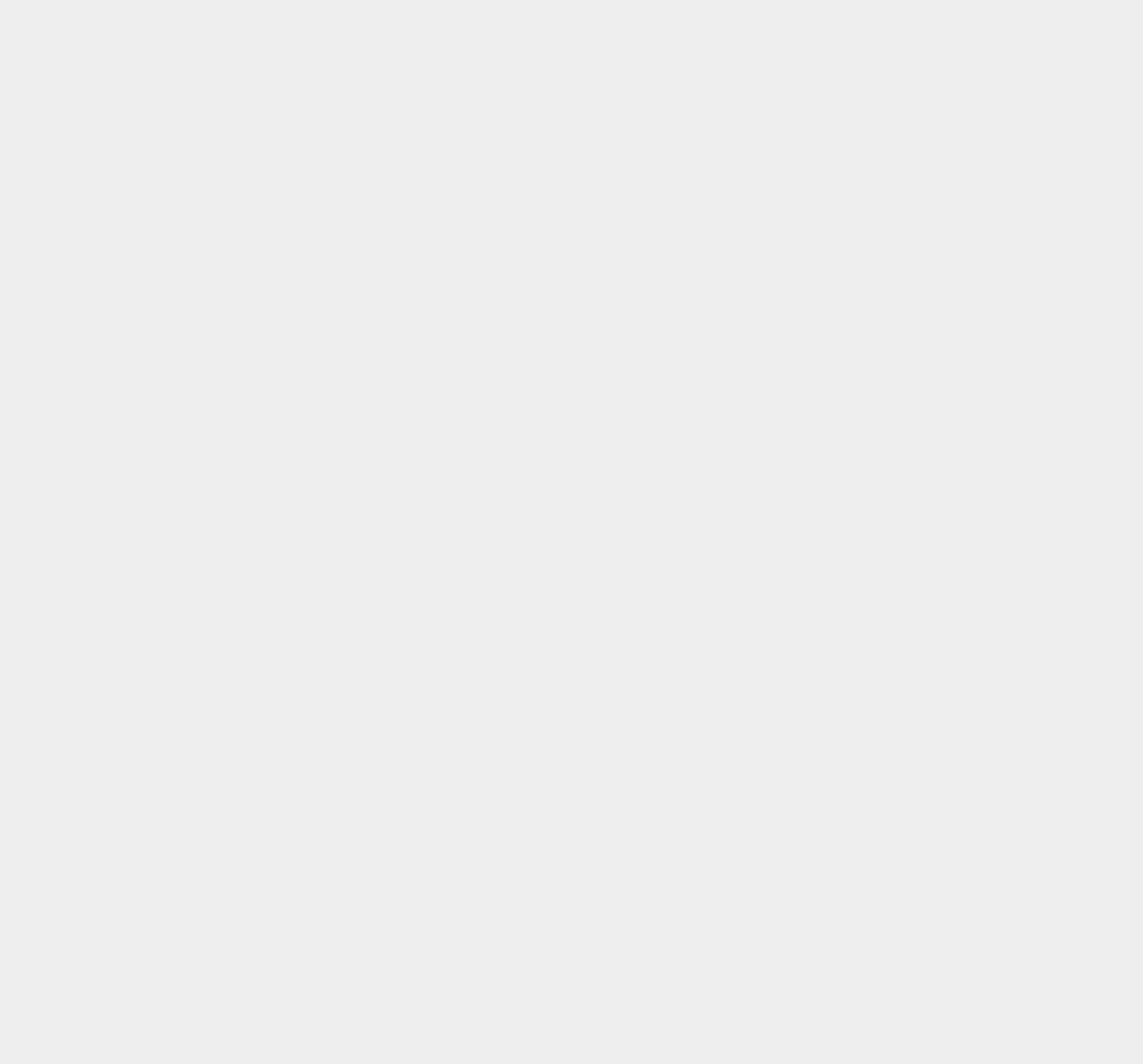 The height and width of the screenshot is (1064, 1143). I want to click on 'PUBG', so click(825, 678).